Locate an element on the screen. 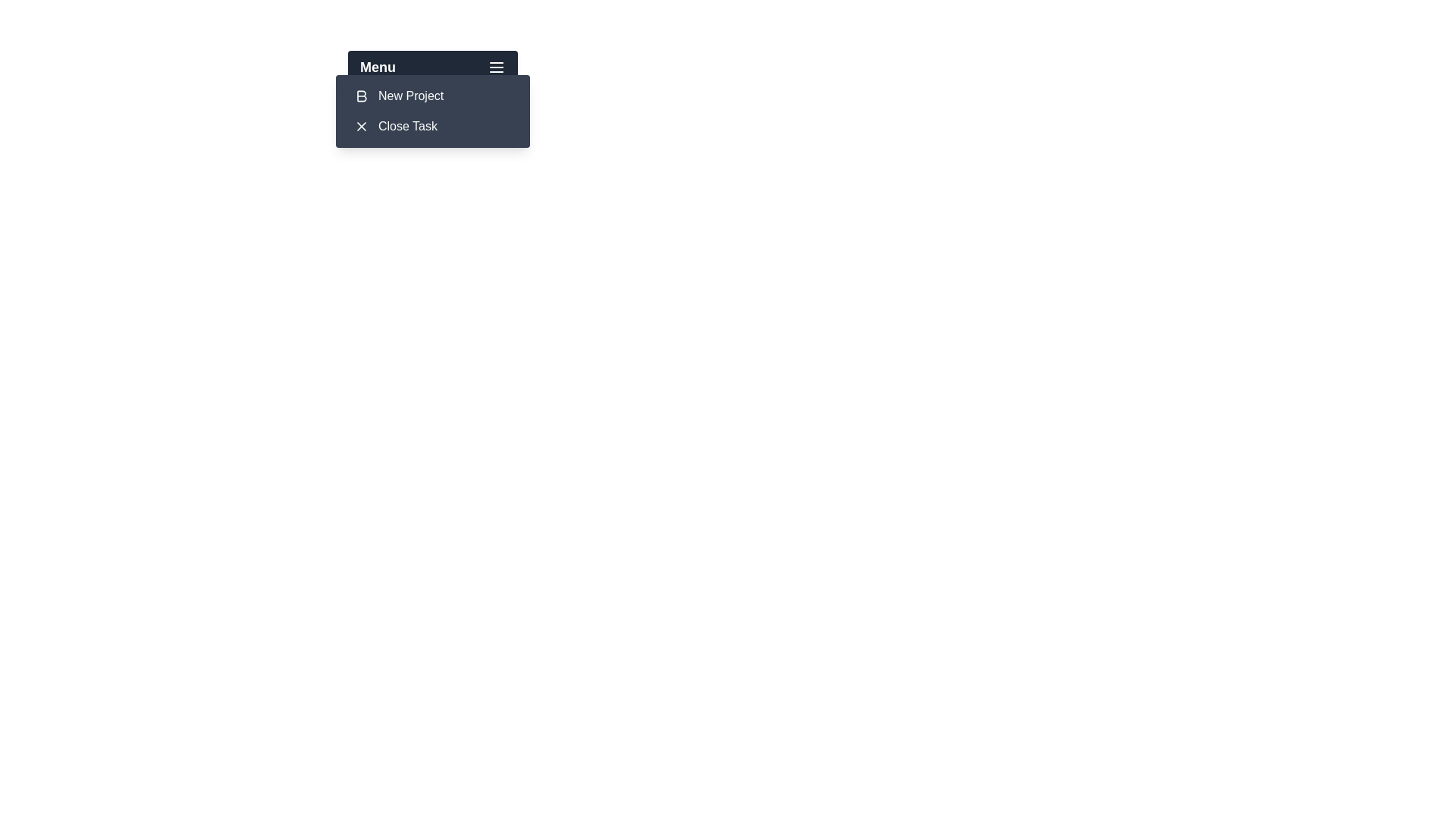 This screenshot has width=1456, height=819. the close icon located to the left of the 'Close Task' text in the contextual menu is located at coordinates (360, 125).